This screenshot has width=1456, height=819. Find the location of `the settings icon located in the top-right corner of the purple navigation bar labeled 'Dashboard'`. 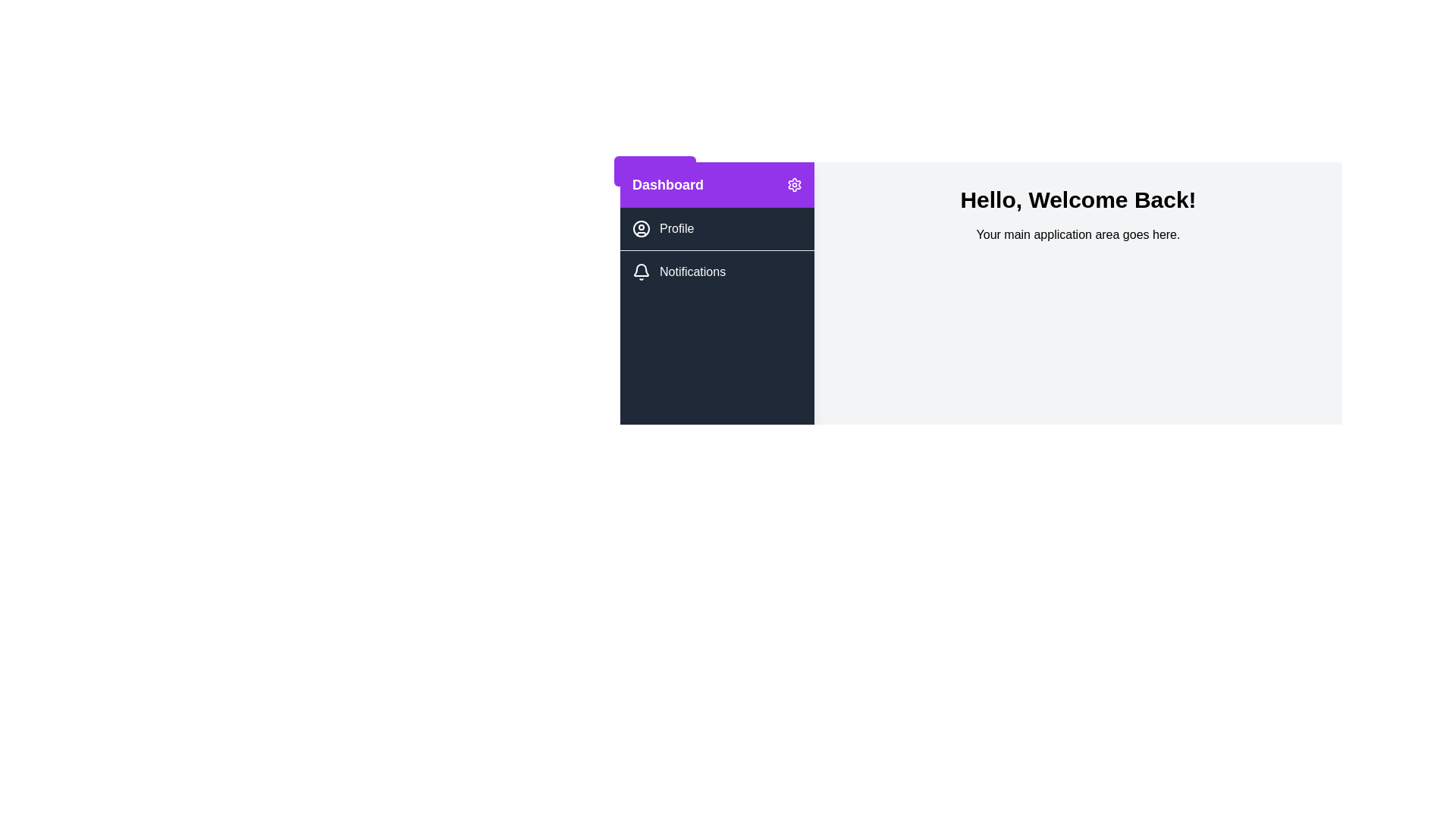

the settings icon located in the top-right corner of the purple navigation bar labeled 'Dashboard' is located at coordinates (793, 184).